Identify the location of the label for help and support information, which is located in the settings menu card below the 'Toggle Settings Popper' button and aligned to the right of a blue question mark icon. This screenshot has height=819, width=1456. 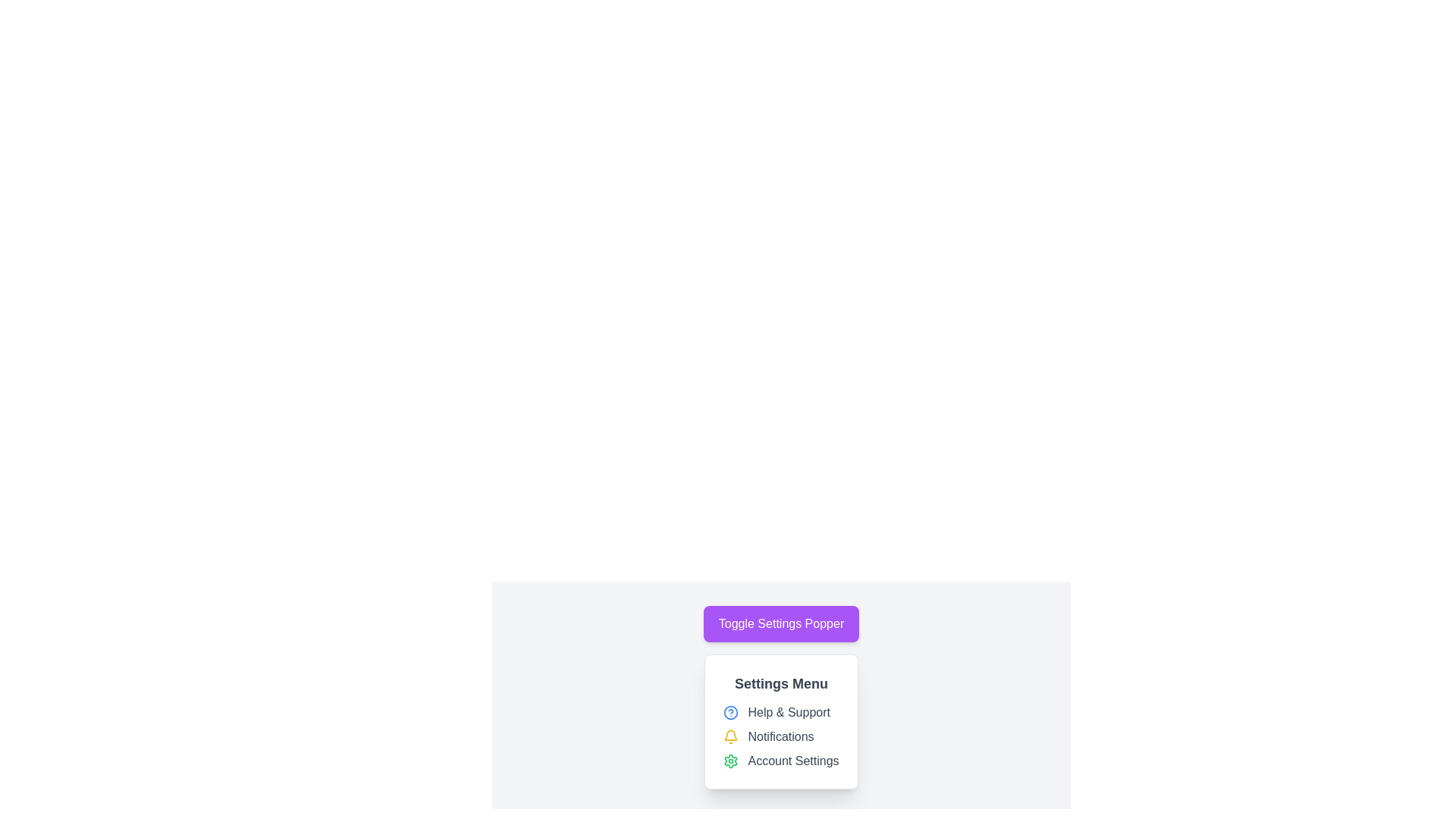
(789, 713).